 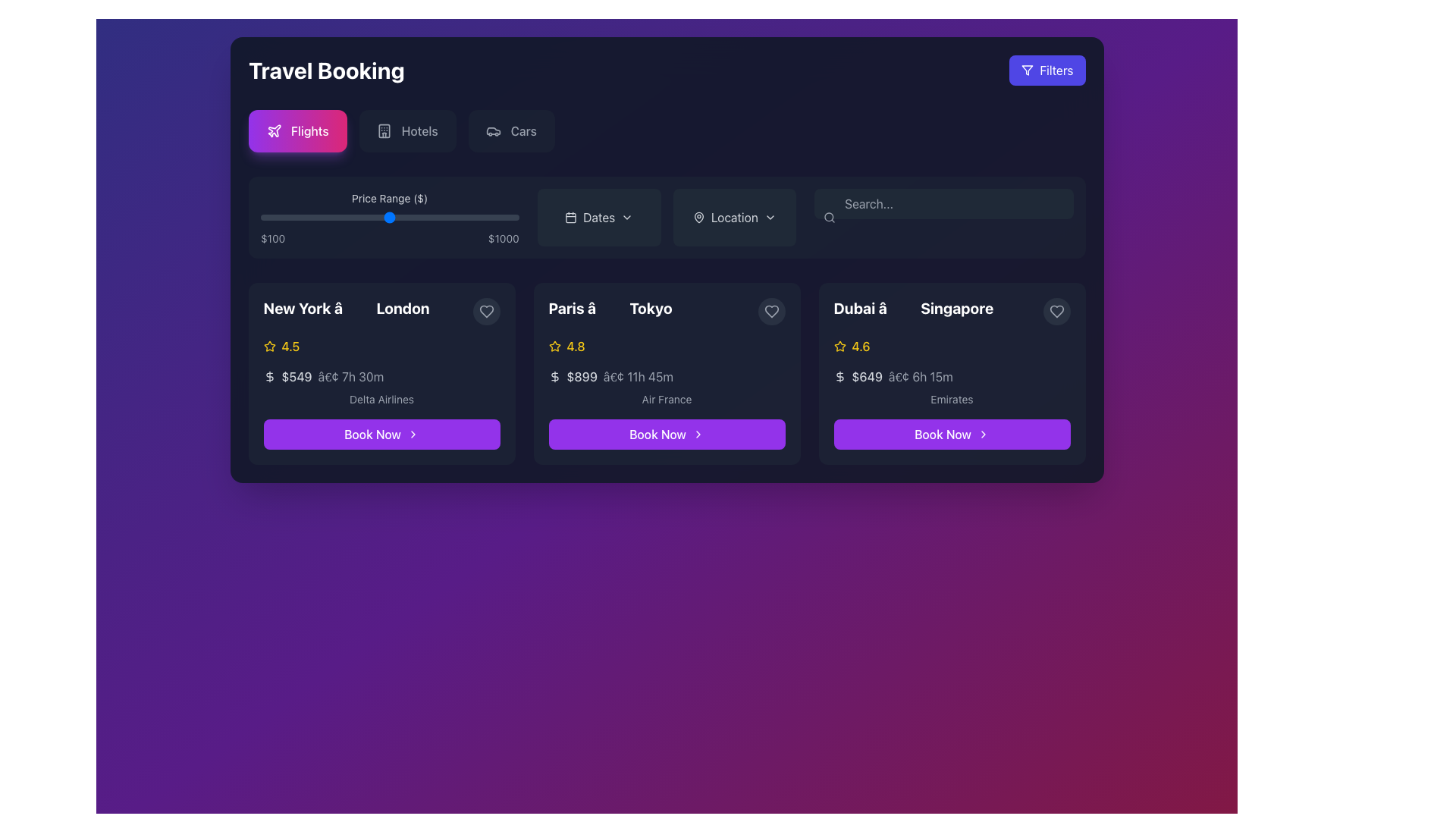 What do you see at coordinates (334, 217) in the screenshot?
I see `the price range` at bounding box center [334, 217].